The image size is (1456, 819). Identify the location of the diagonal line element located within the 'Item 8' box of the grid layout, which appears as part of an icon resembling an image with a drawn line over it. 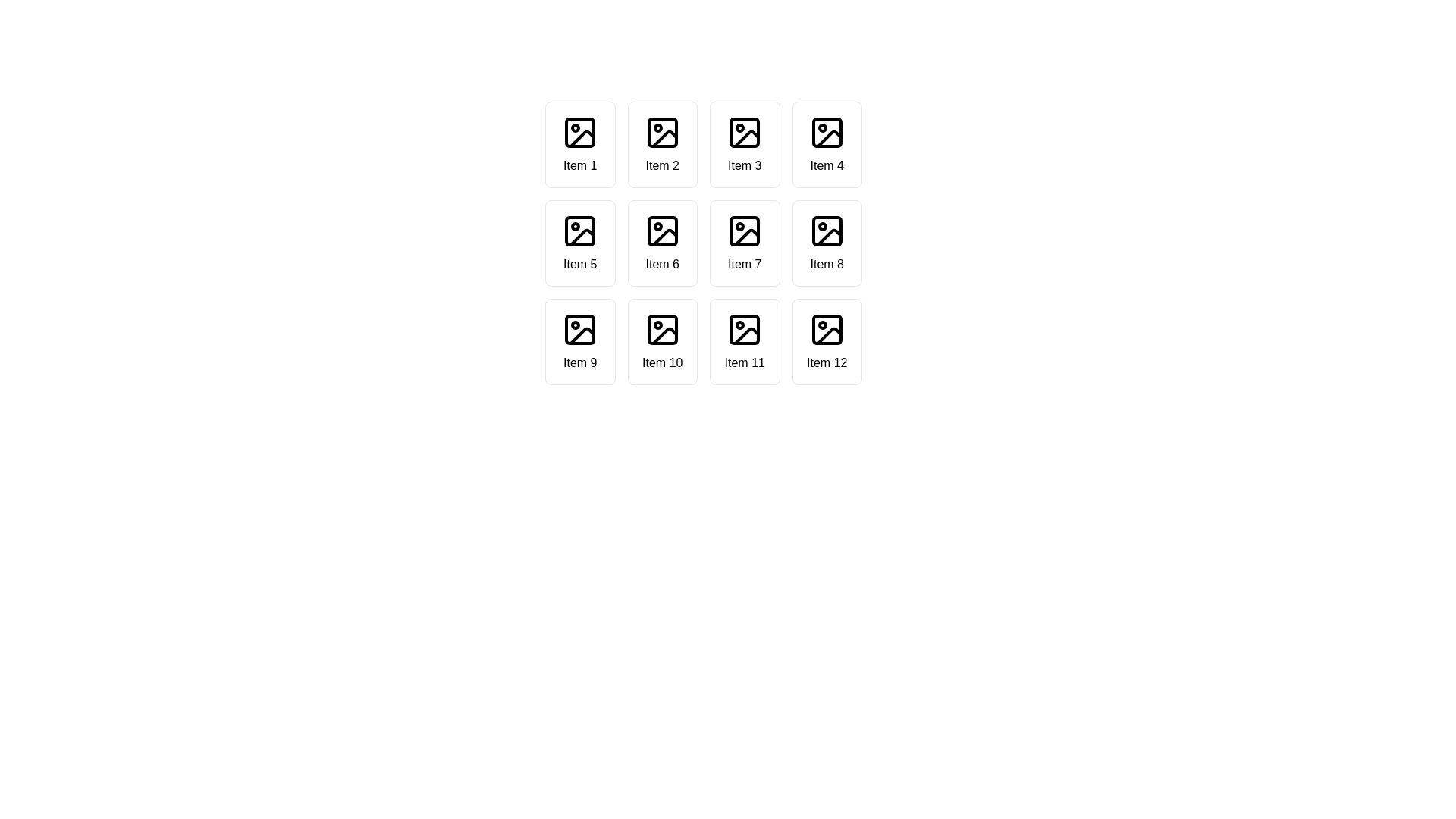
(828, 237).